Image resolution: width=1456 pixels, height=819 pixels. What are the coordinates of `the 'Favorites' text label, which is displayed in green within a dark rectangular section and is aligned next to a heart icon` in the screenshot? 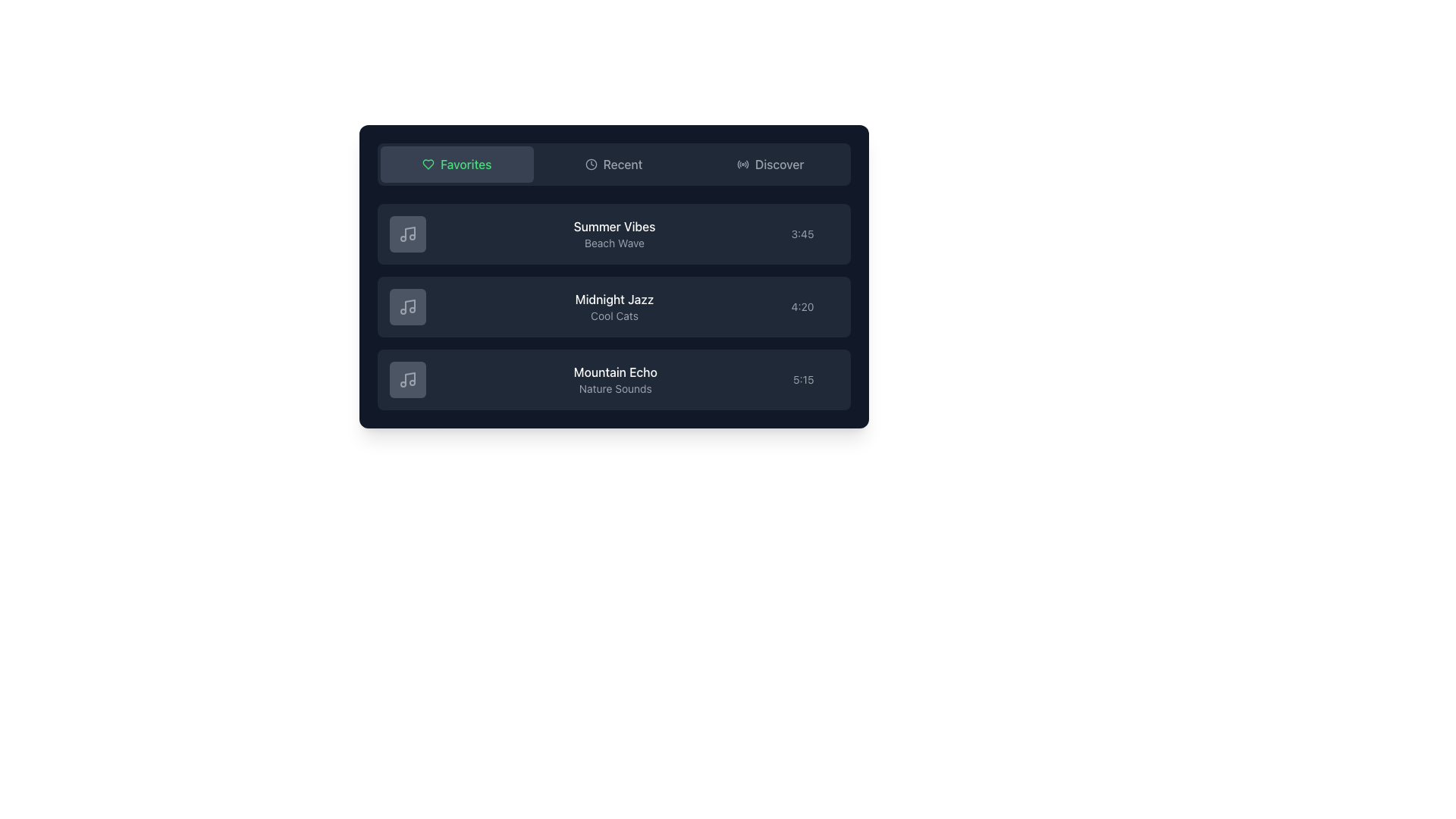 It's located at (465, 164).